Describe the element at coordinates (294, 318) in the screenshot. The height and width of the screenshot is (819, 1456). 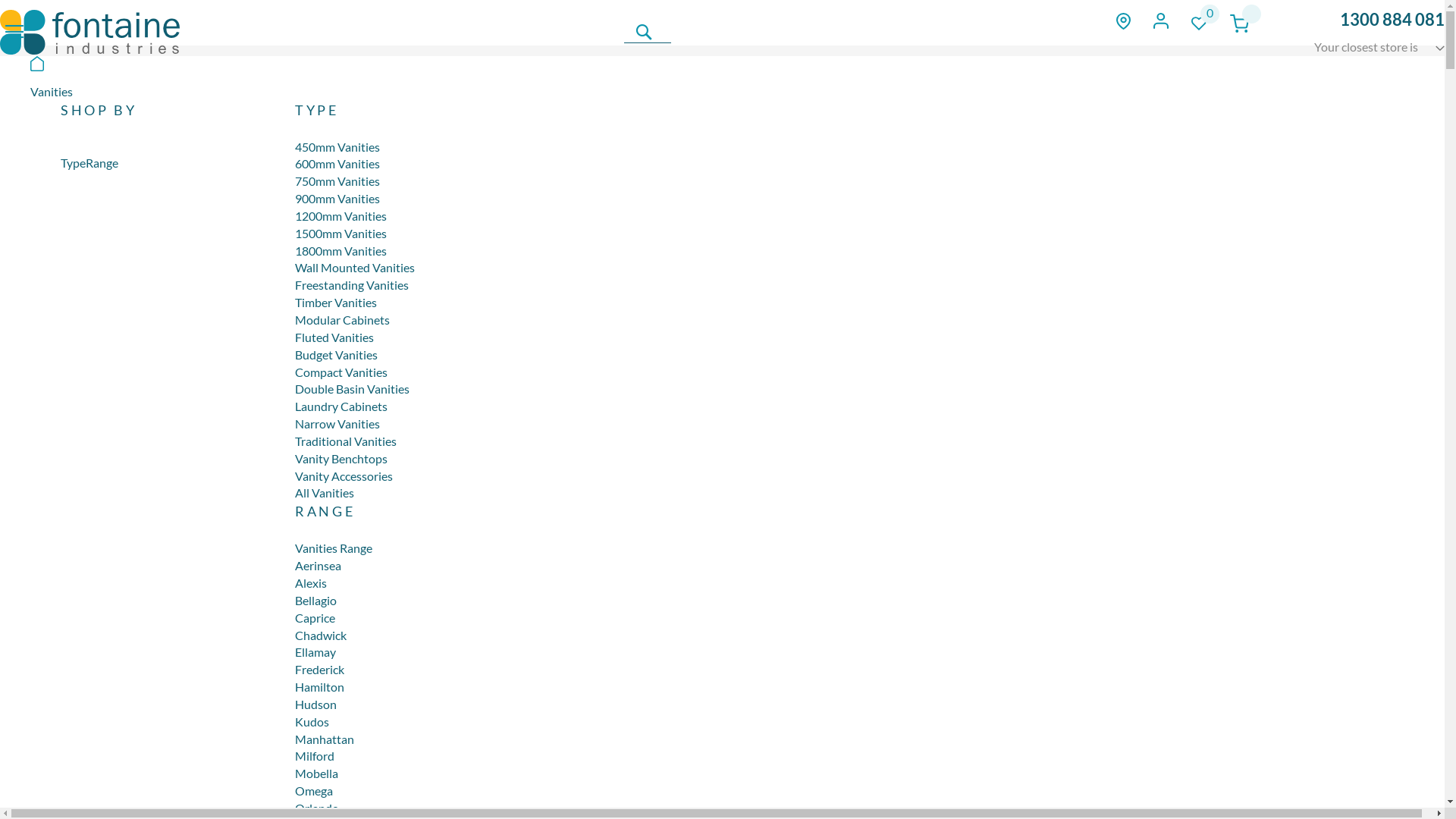
I see `'Modular Cabinets'` at that location.